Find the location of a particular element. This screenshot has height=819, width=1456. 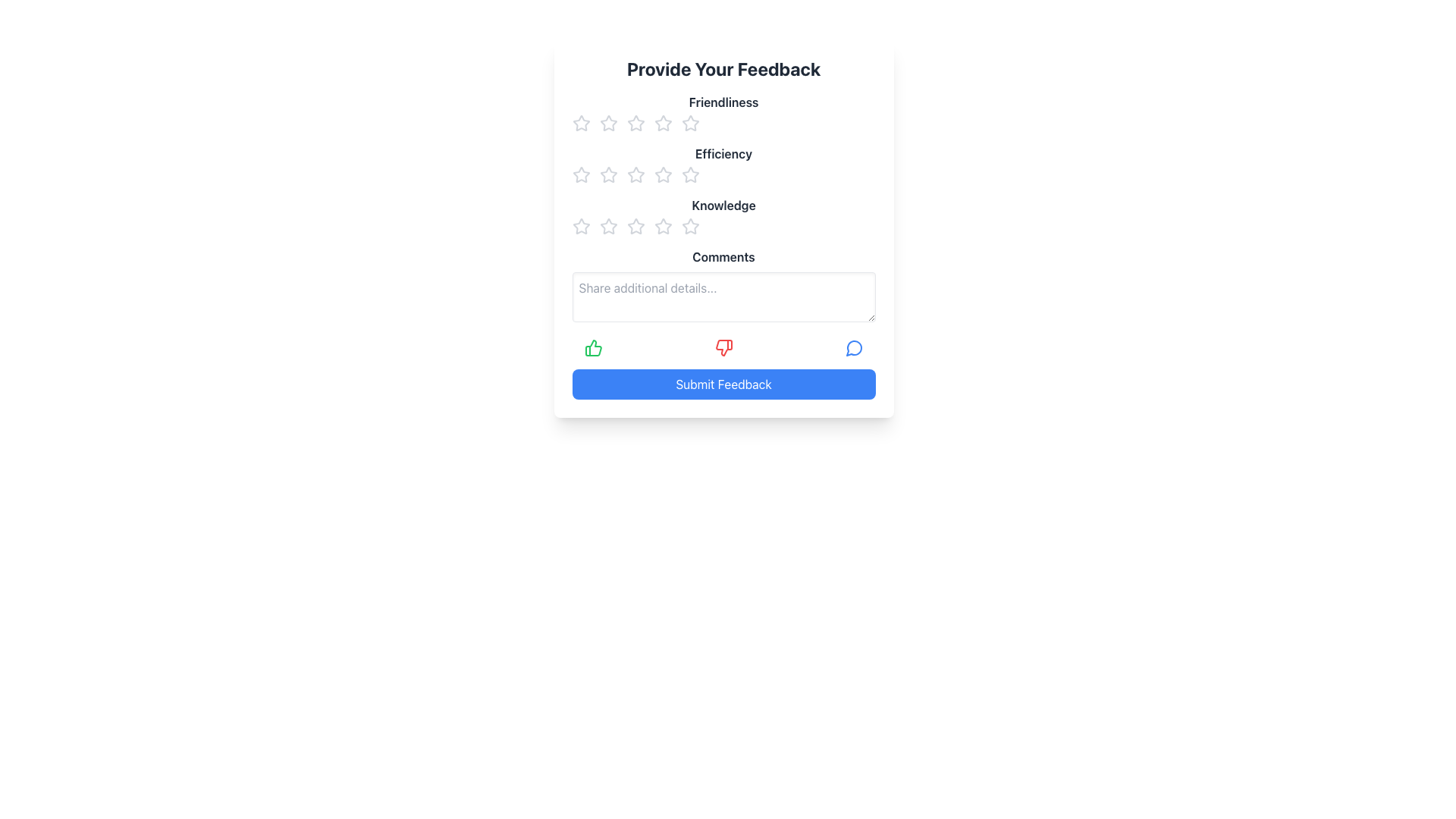

the first star icon in the 'Efficiency' section is located at coordinates (580, 174).